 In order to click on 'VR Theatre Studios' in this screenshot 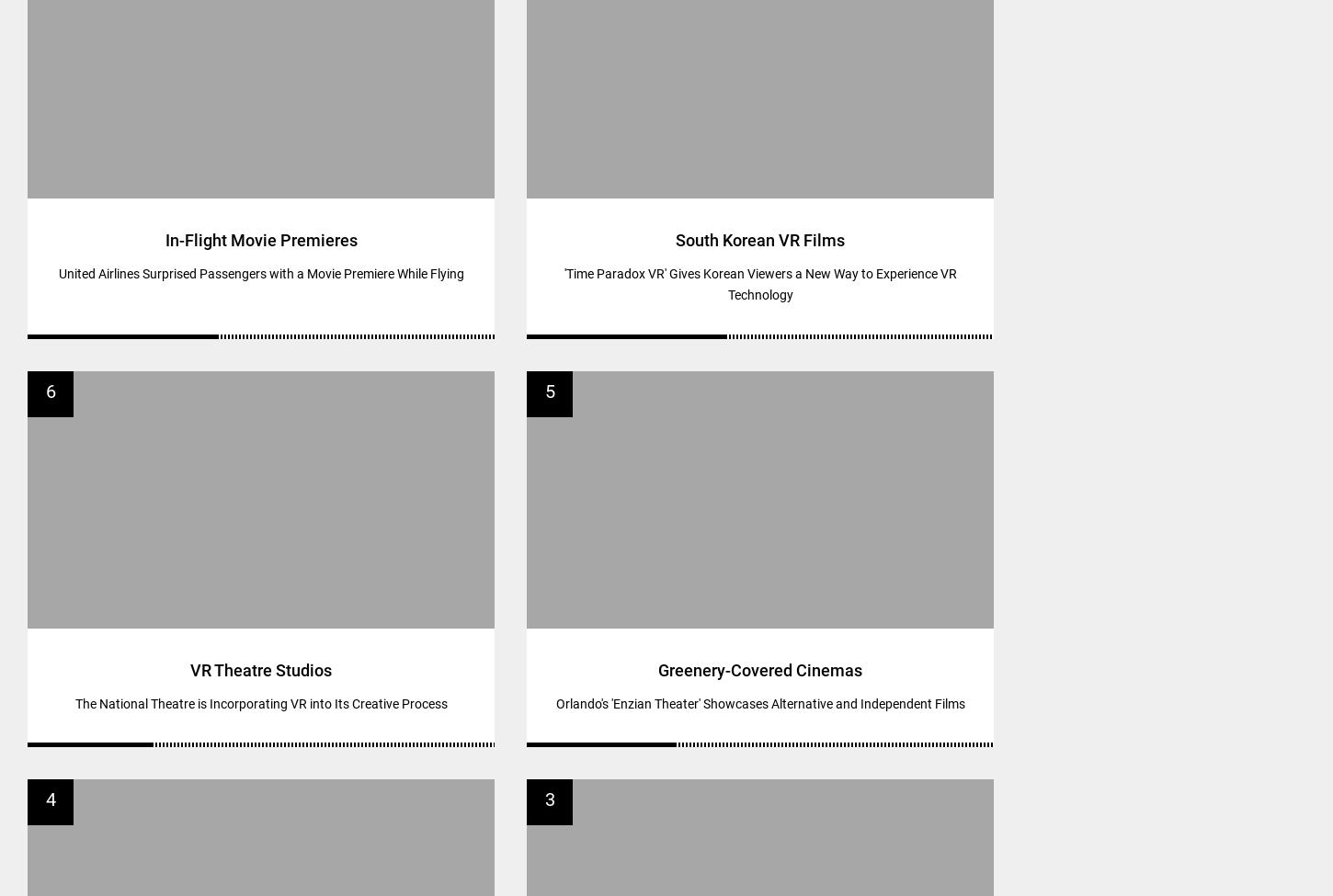, I will do `click(261, 668)`.